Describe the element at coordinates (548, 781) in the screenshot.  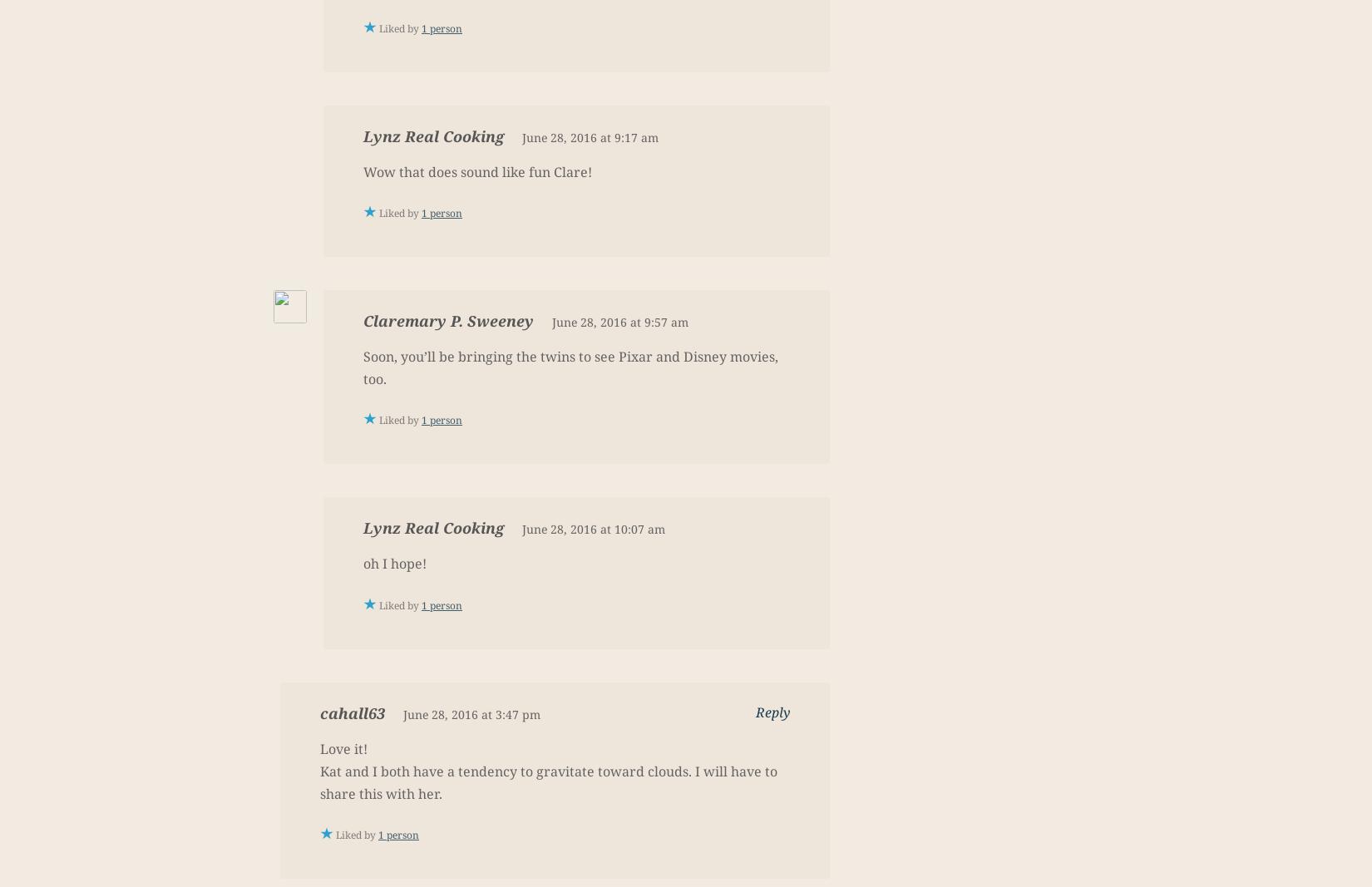
I see `'Kat and I both have a tendency to gravitate toward clouds. I will have to share this with her.'` at that location.